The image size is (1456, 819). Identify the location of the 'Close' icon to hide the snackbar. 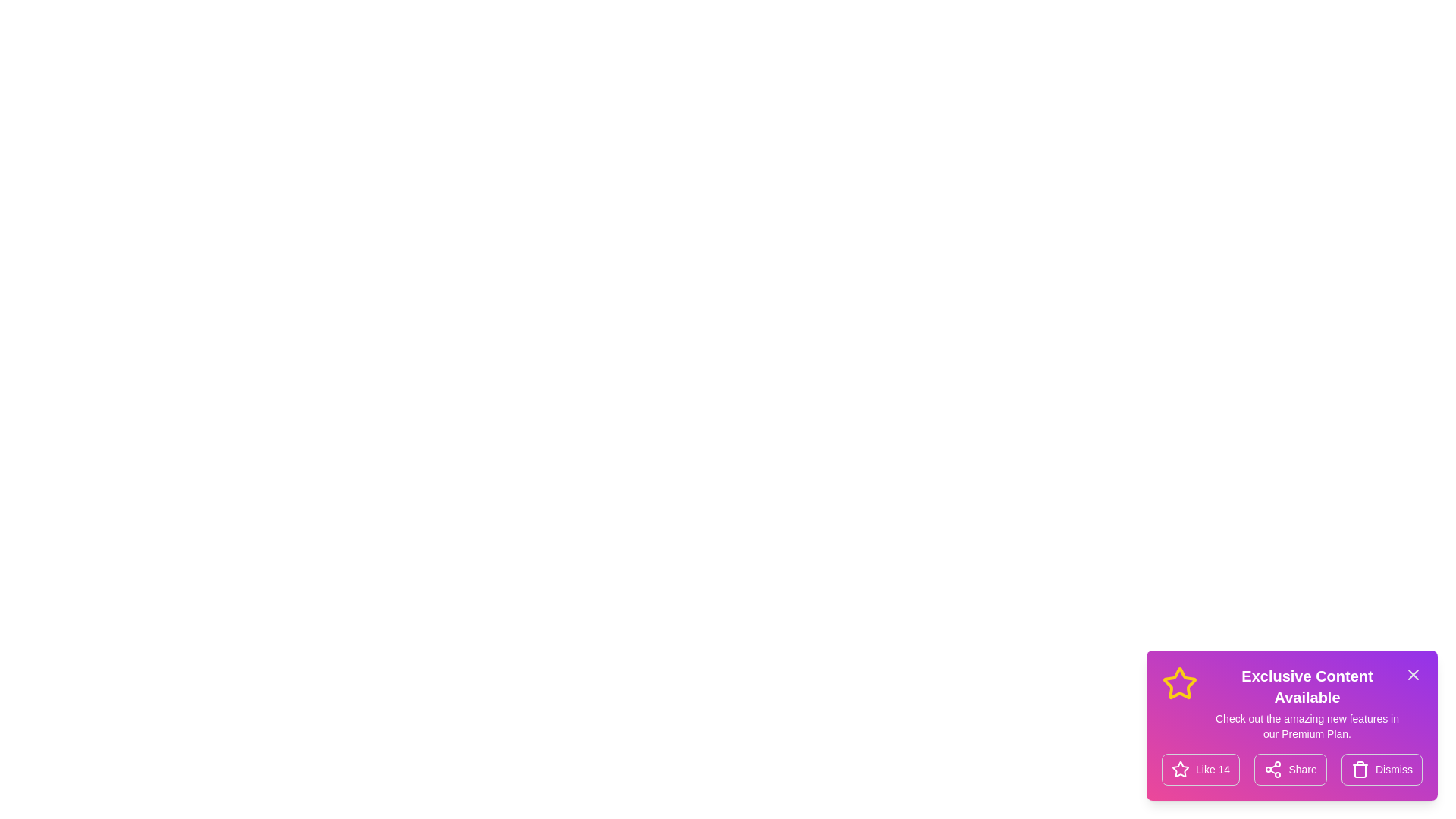
(1412, 674).